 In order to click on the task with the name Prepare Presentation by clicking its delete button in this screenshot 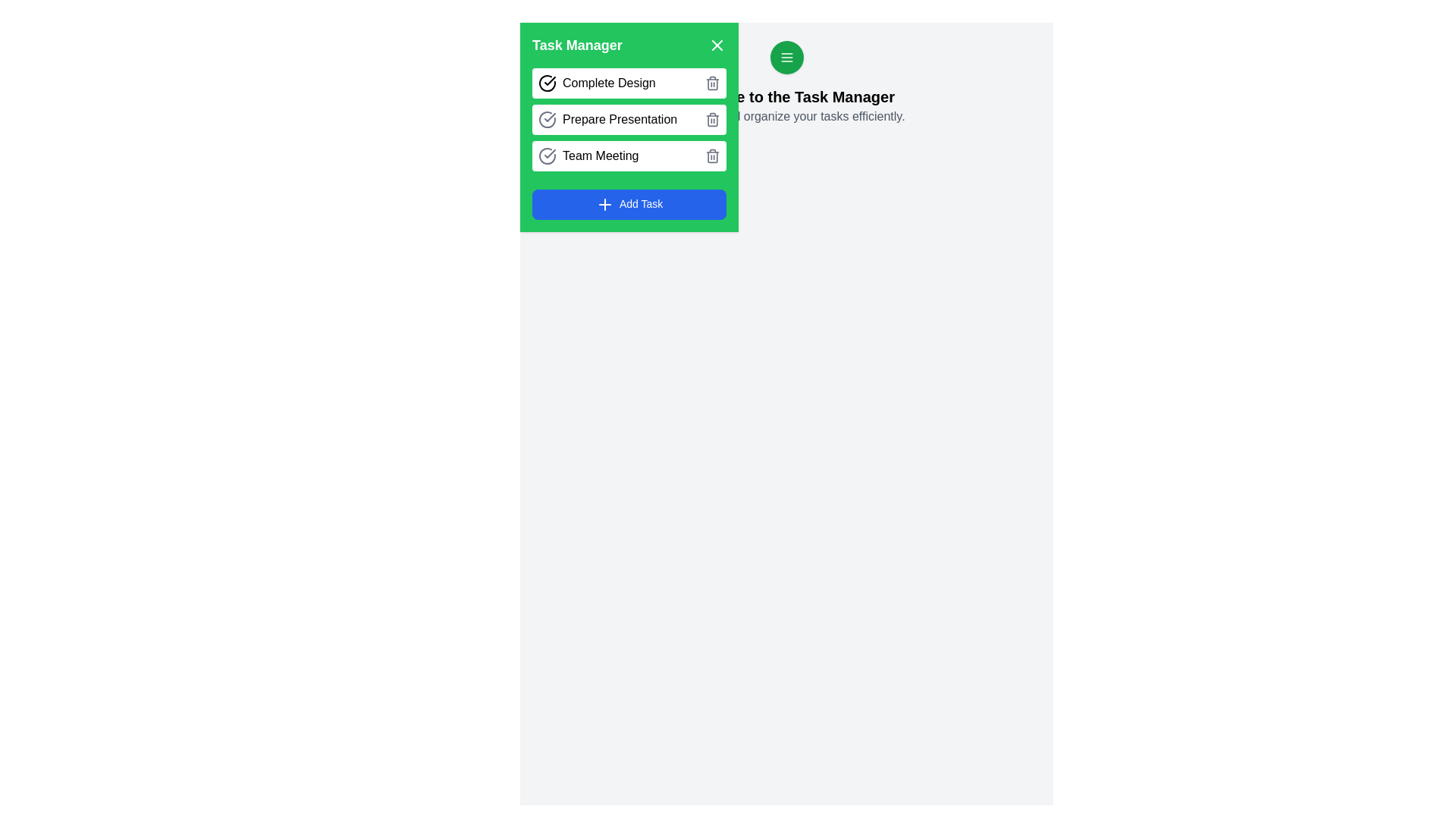, I will do `click(712, 119)`.